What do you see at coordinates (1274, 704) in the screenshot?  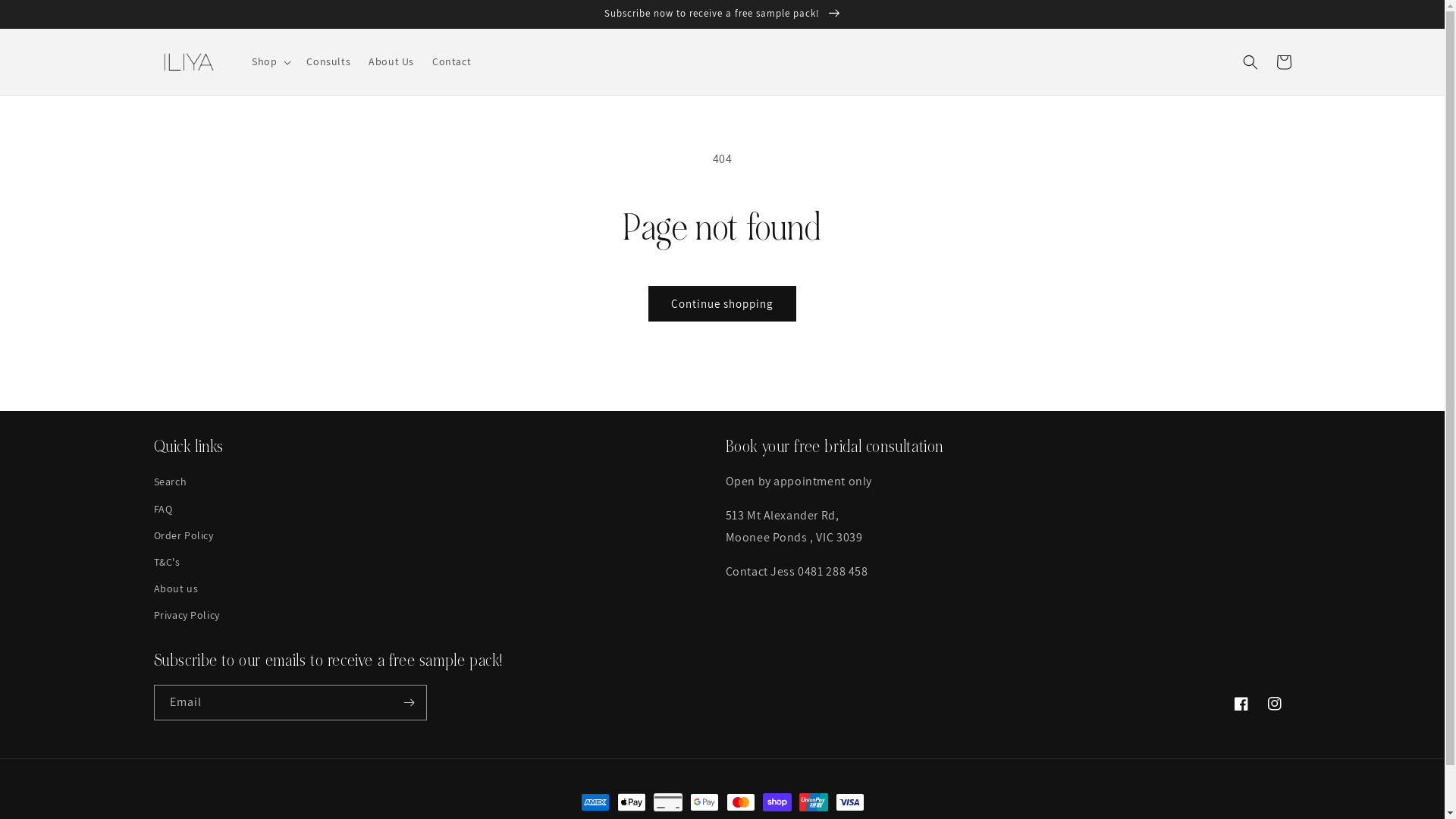 I see `'Instagram'` at bounding box center [1274, 704].